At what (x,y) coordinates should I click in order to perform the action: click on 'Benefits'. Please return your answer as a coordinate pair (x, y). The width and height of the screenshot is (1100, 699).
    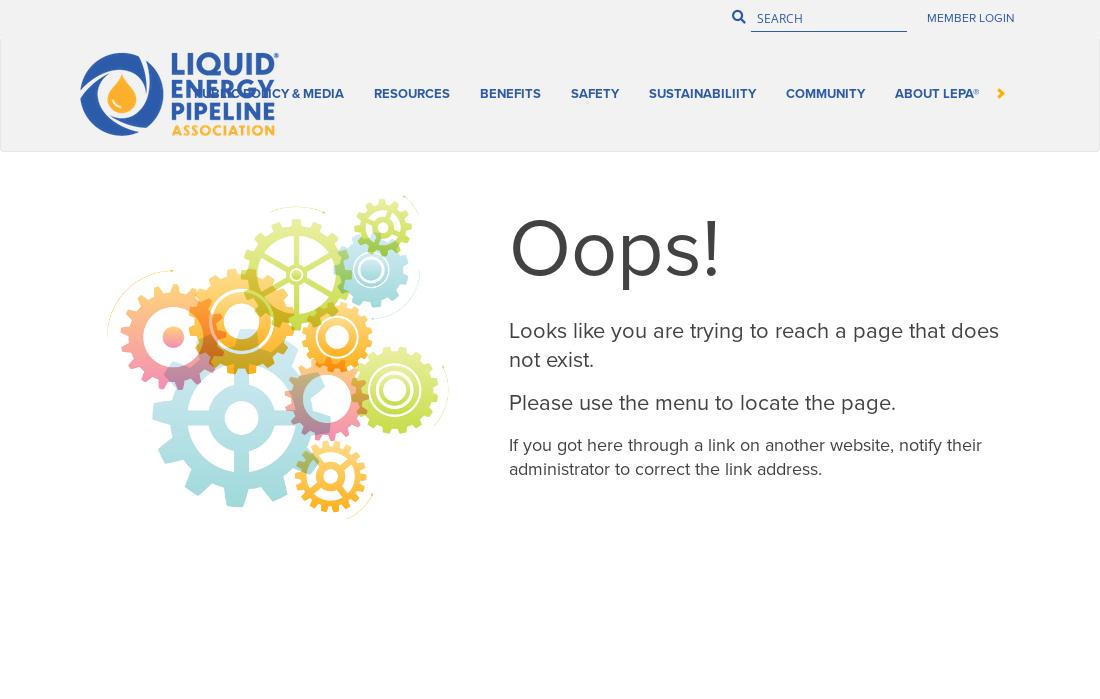
    Looking at the image, I should click on (759, 87).